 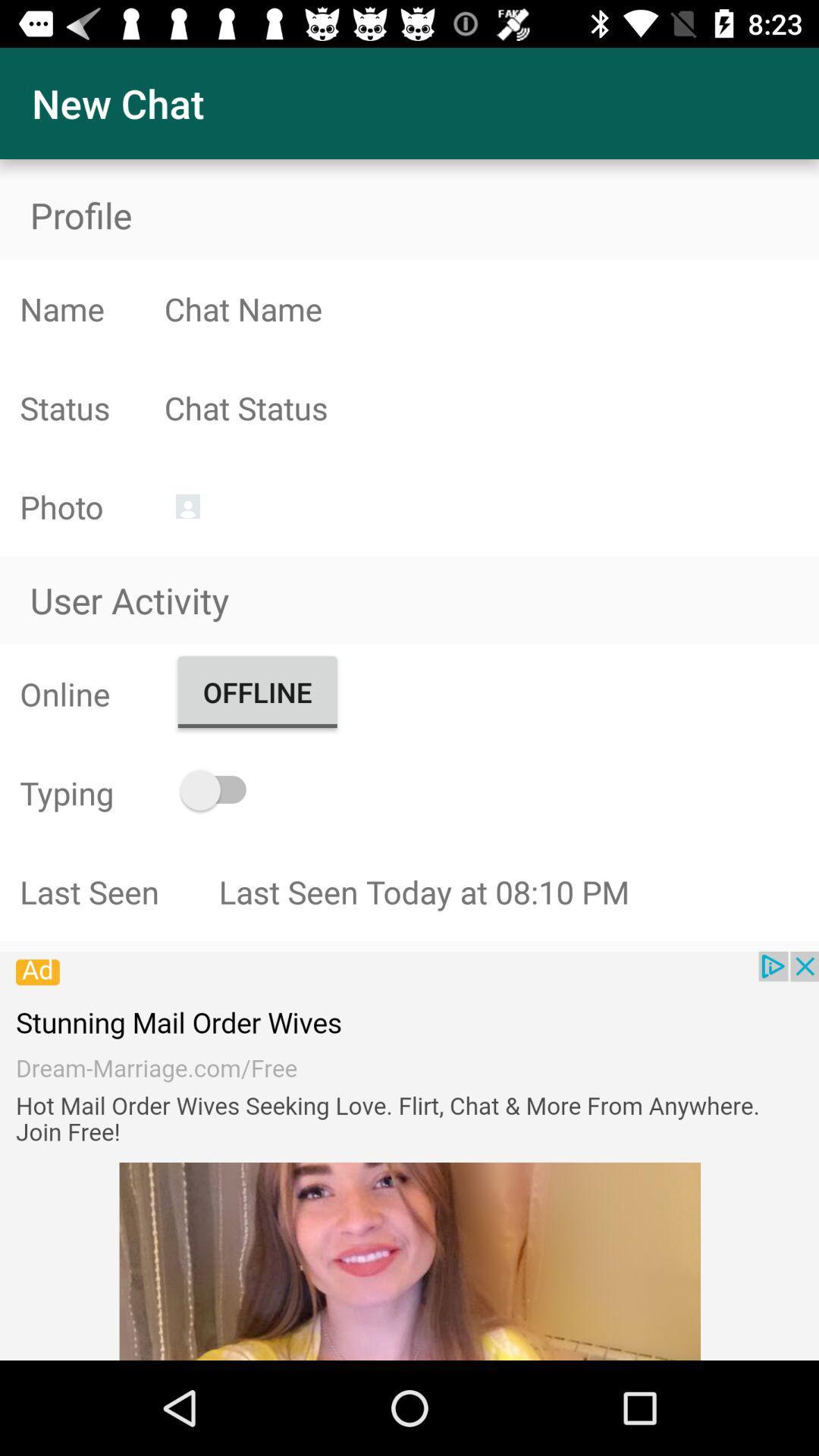 I want to click on set profile photo, so click(x=187, y=506).